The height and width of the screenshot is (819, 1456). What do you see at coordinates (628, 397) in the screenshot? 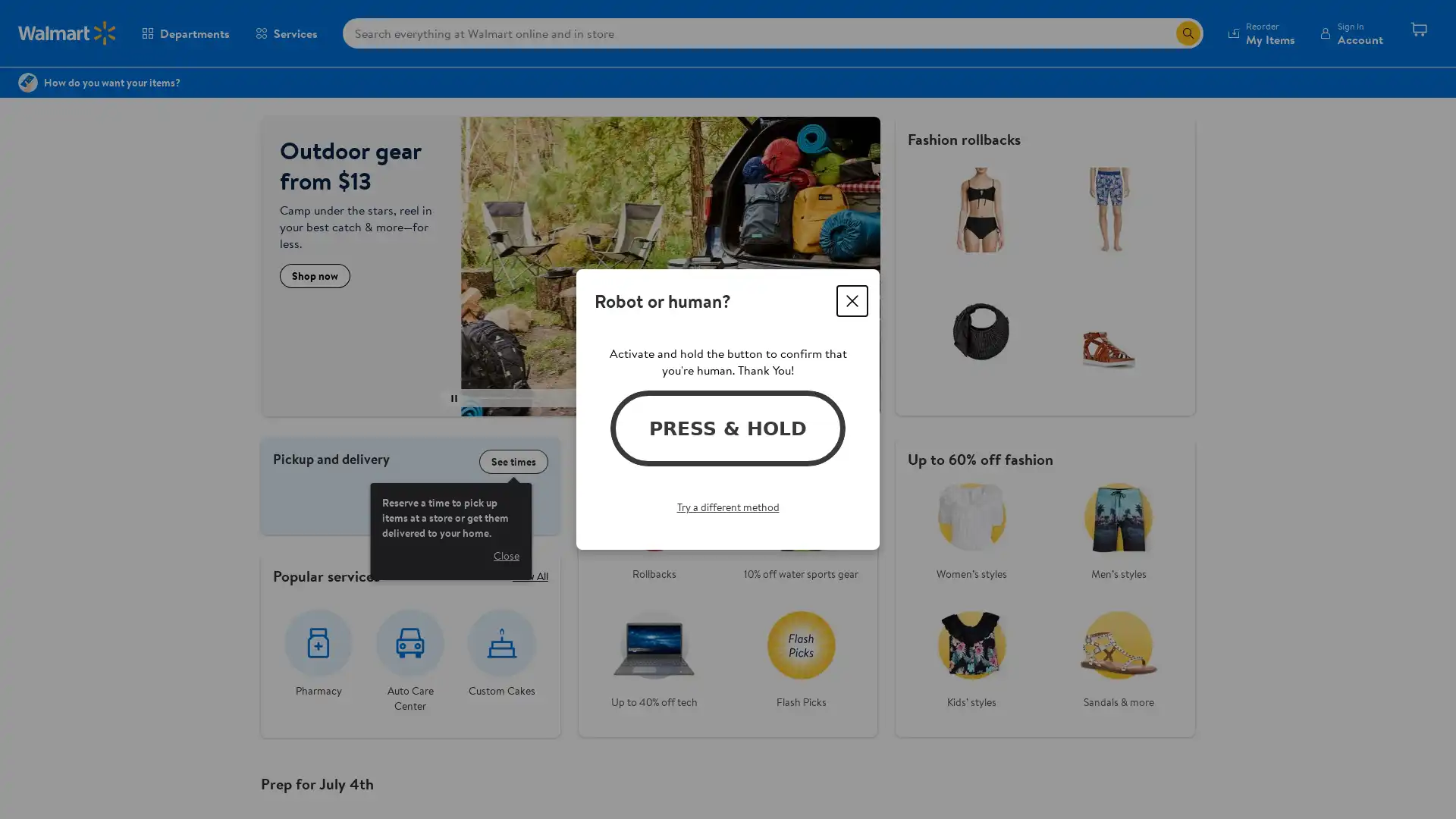
I see `Next carousel slide` at bounding box center [628, 397].